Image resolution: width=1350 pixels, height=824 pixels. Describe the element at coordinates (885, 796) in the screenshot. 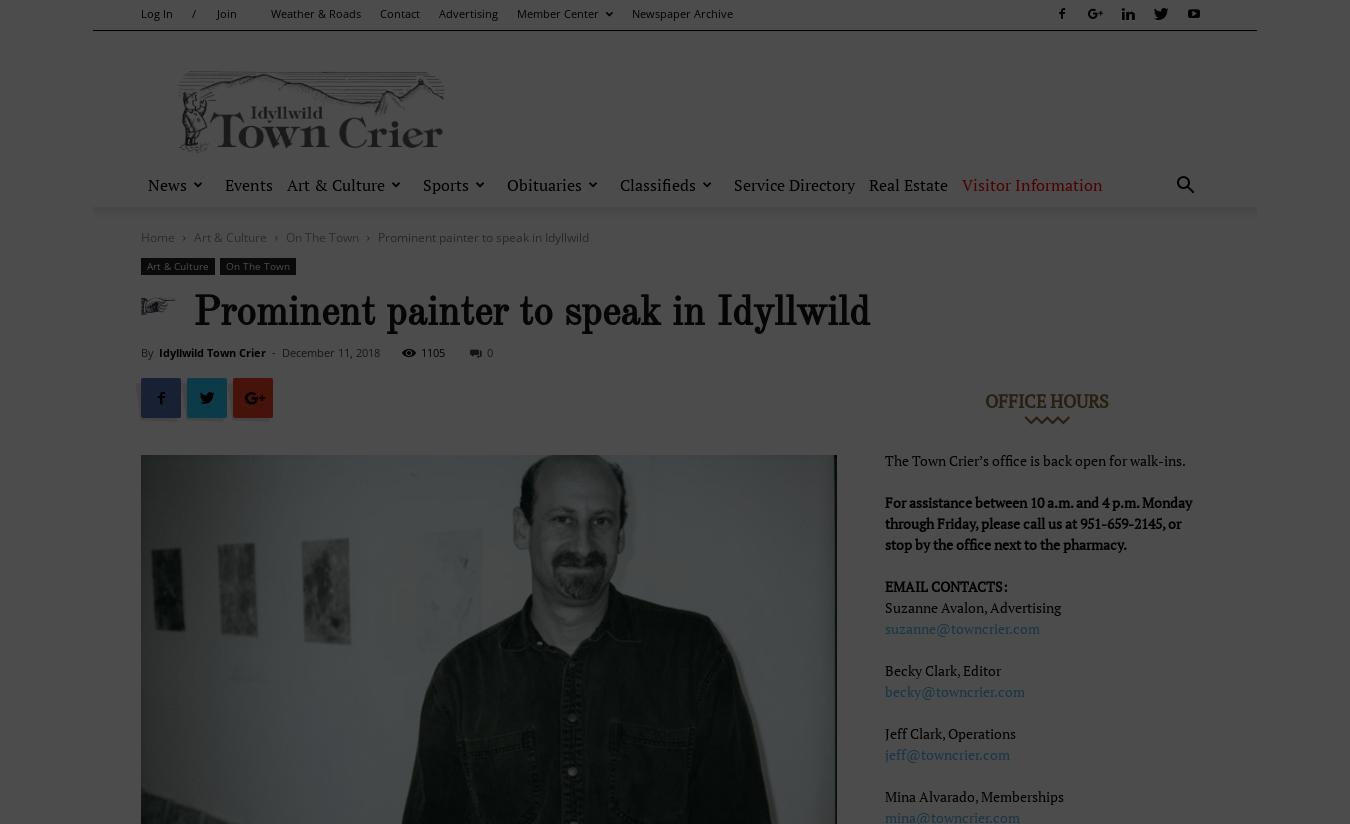

I see `'Mina Alvarado, Memberships'` at that location.